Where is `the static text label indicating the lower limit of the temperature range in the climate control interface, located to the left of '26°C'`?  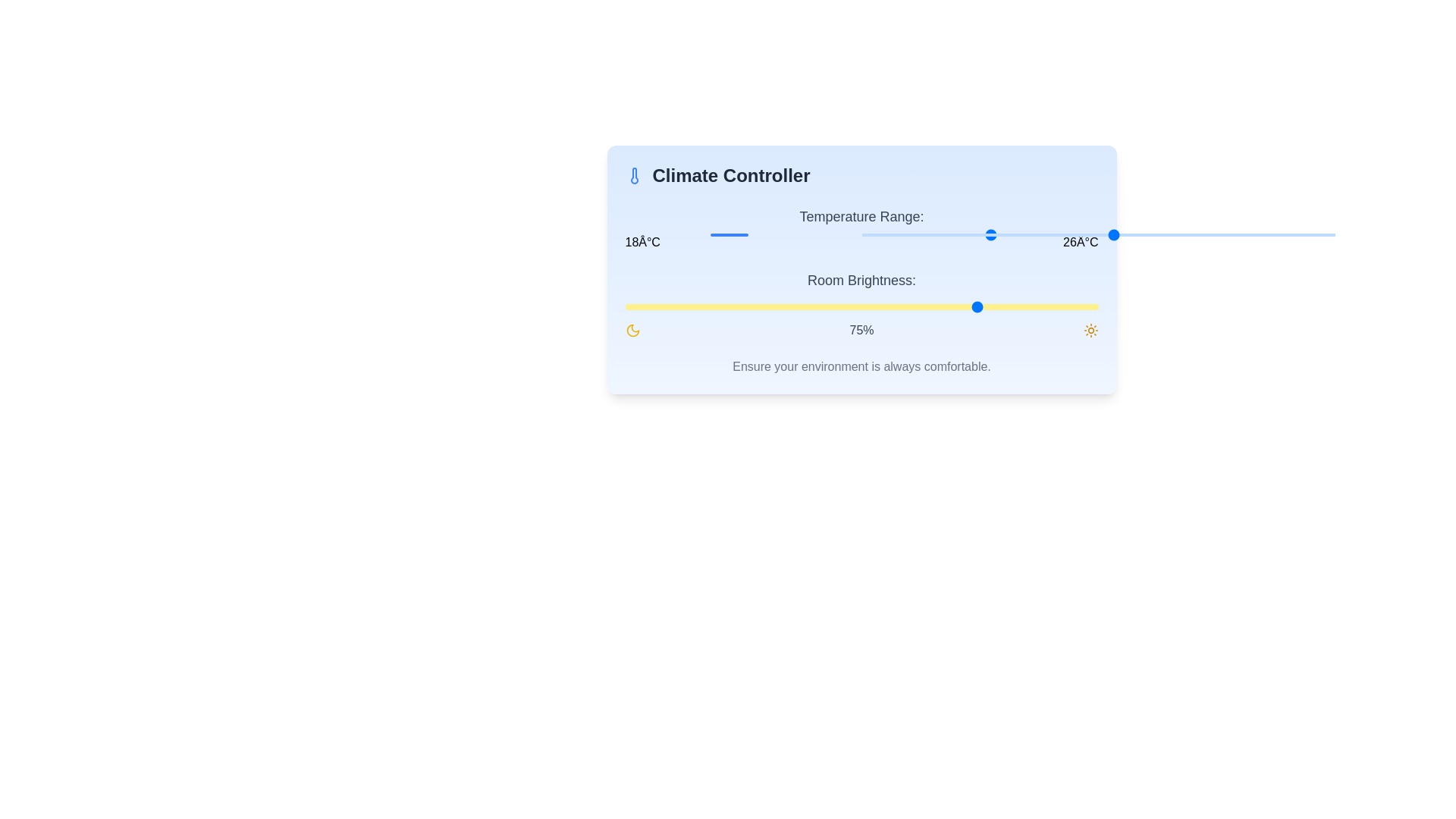
the static text label indicating the lower limit of the temperature range in the climate control interface, located to the left of '26°C' is located at coordinates (642, 242).